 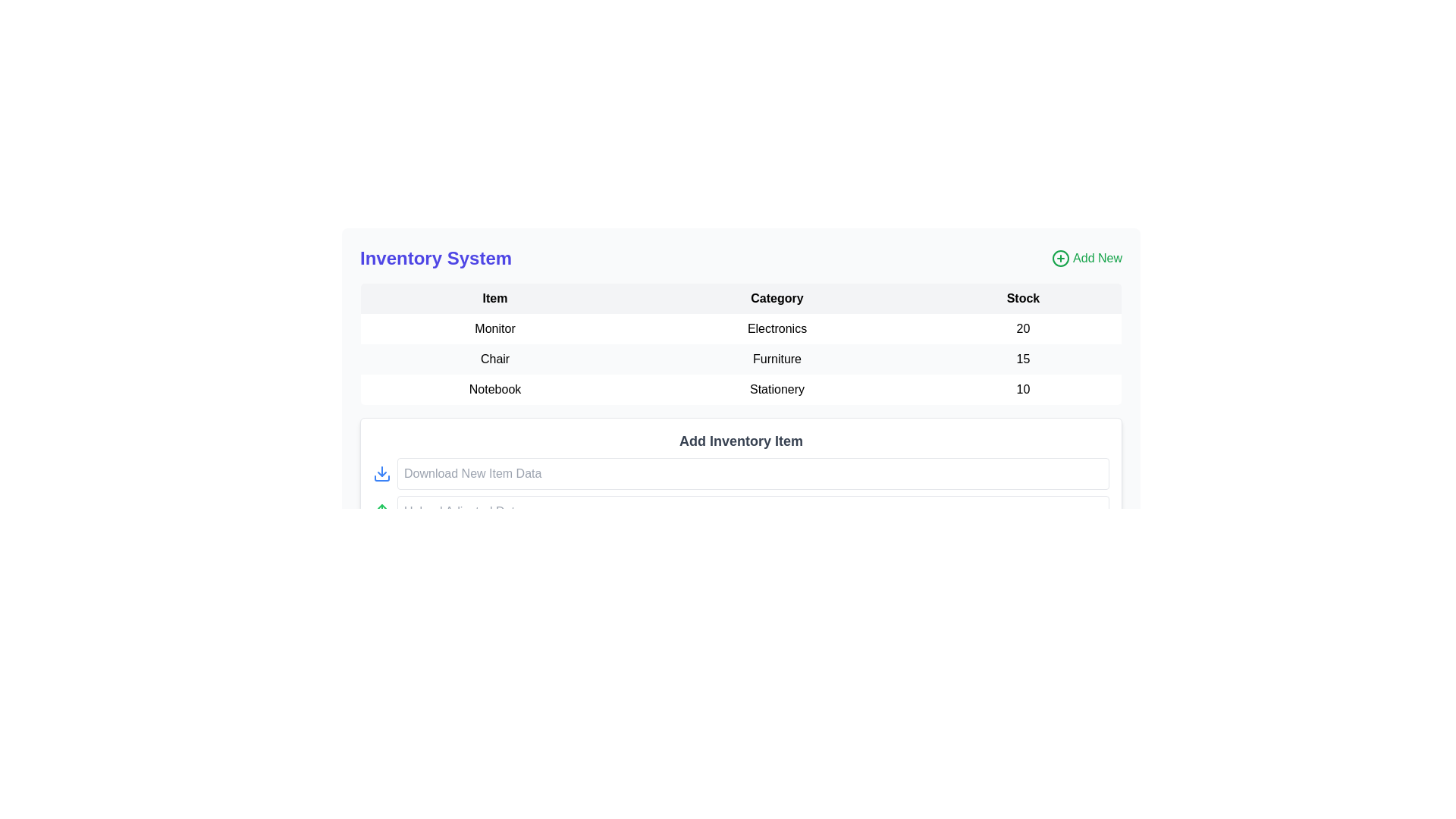 What do you see at coordinates (741, 359) in the screenshot?
I see `the table row containing 'Chair', 'Furniture', and '15' in the 'Inventory System' interface, positioned between 'Monitor Electronics 20' and 'Notebook Stationery 10'` at bounding box center [741, 359].